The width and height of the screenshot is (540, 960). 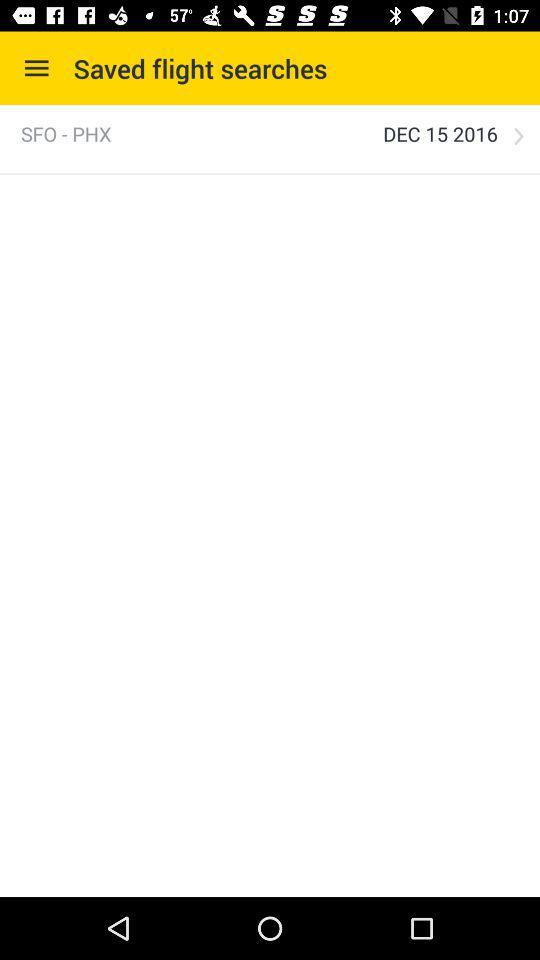 What do you see at coordinates (440, 133) in the screenshot?
I see `the dec 15 2016 icon` at bounding box center [440, 133].